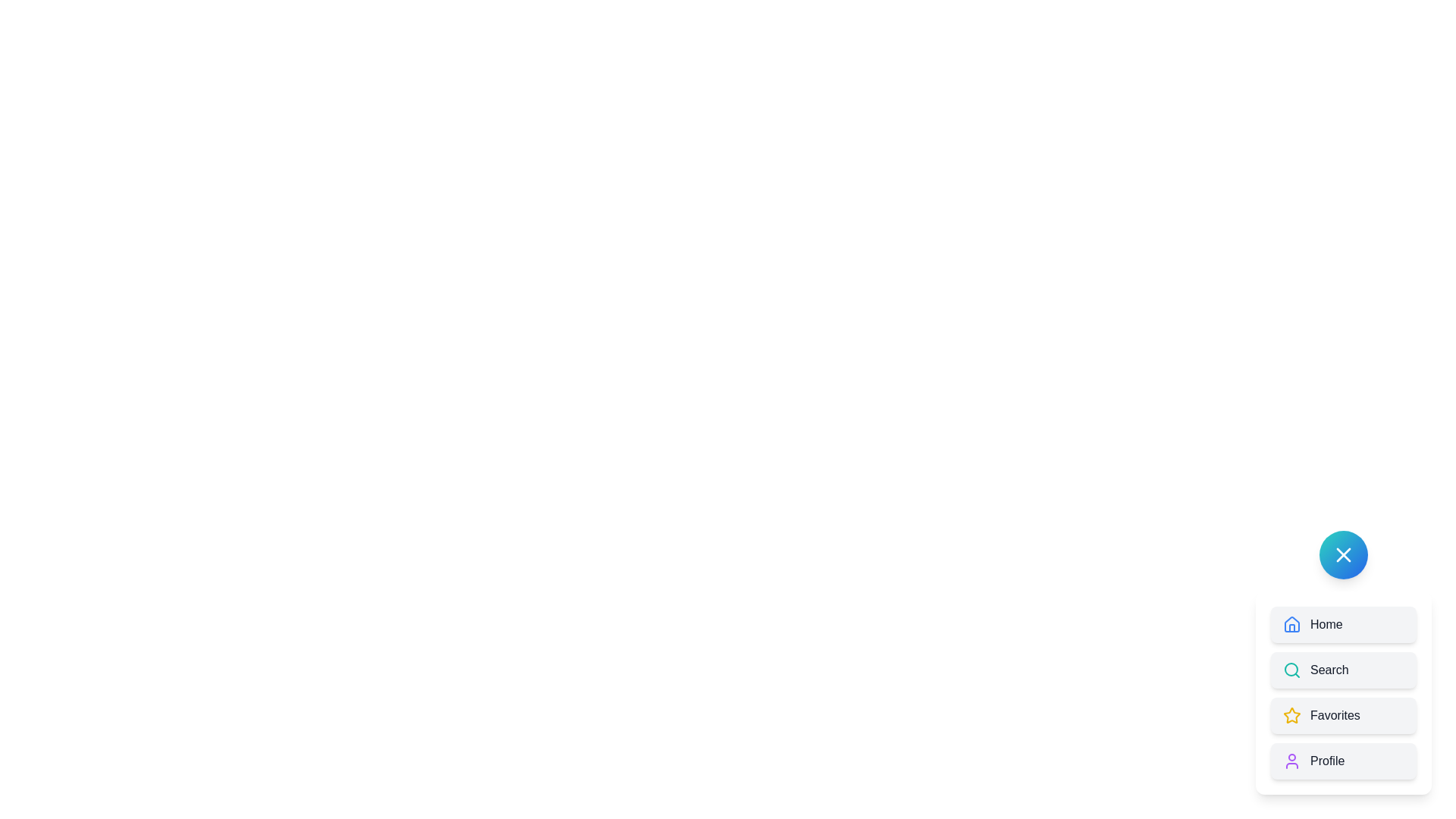  Describe the element at coordinates (1291, 715) in the screenshot. I see `the yellow star-shaped icon in the sidebar menu, located next to the 'Favorites' menu option` at that location.